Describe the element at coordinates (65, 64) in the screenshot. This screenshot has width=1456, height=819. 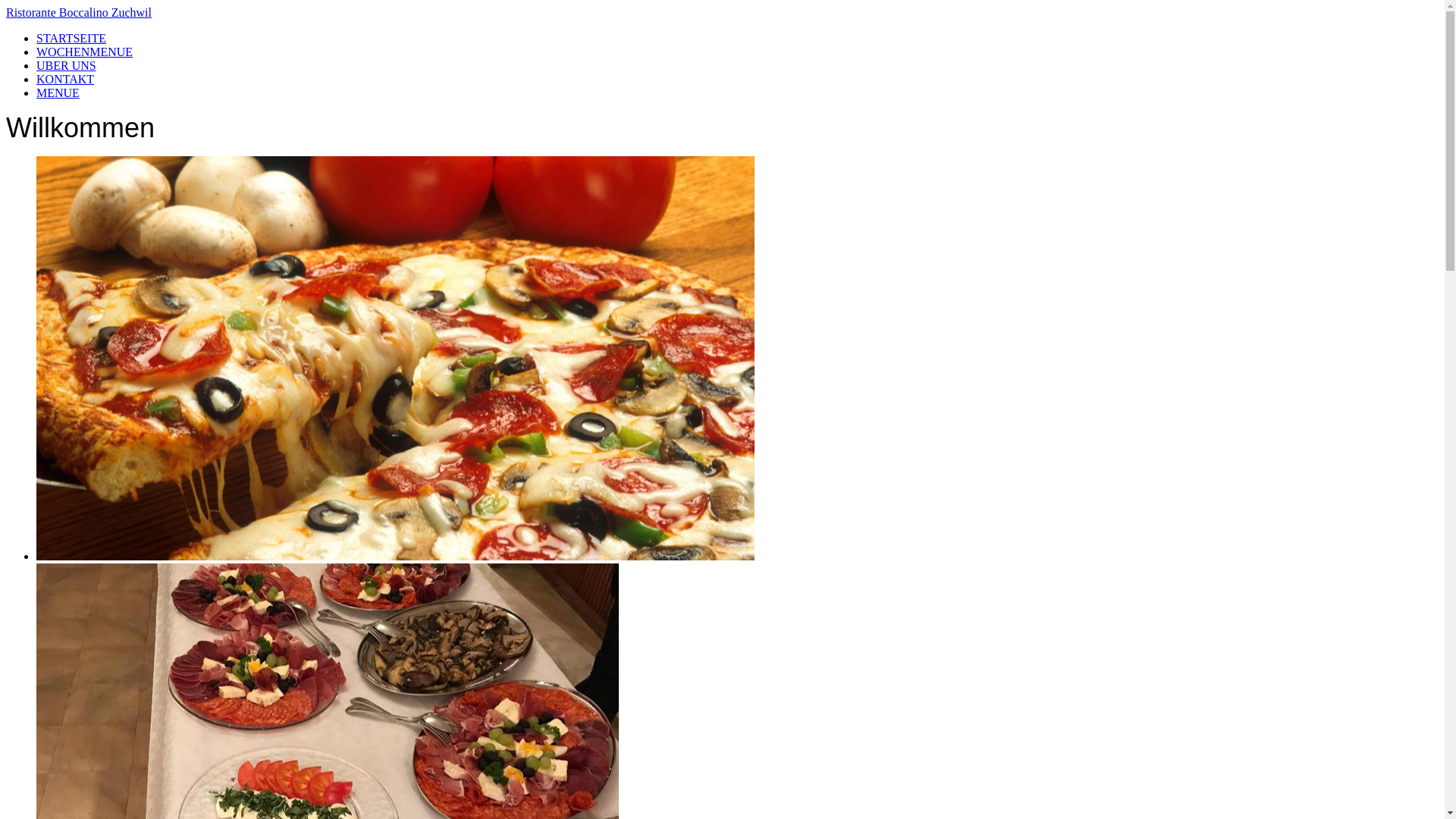
I see `'UBER UNS'` at that location.